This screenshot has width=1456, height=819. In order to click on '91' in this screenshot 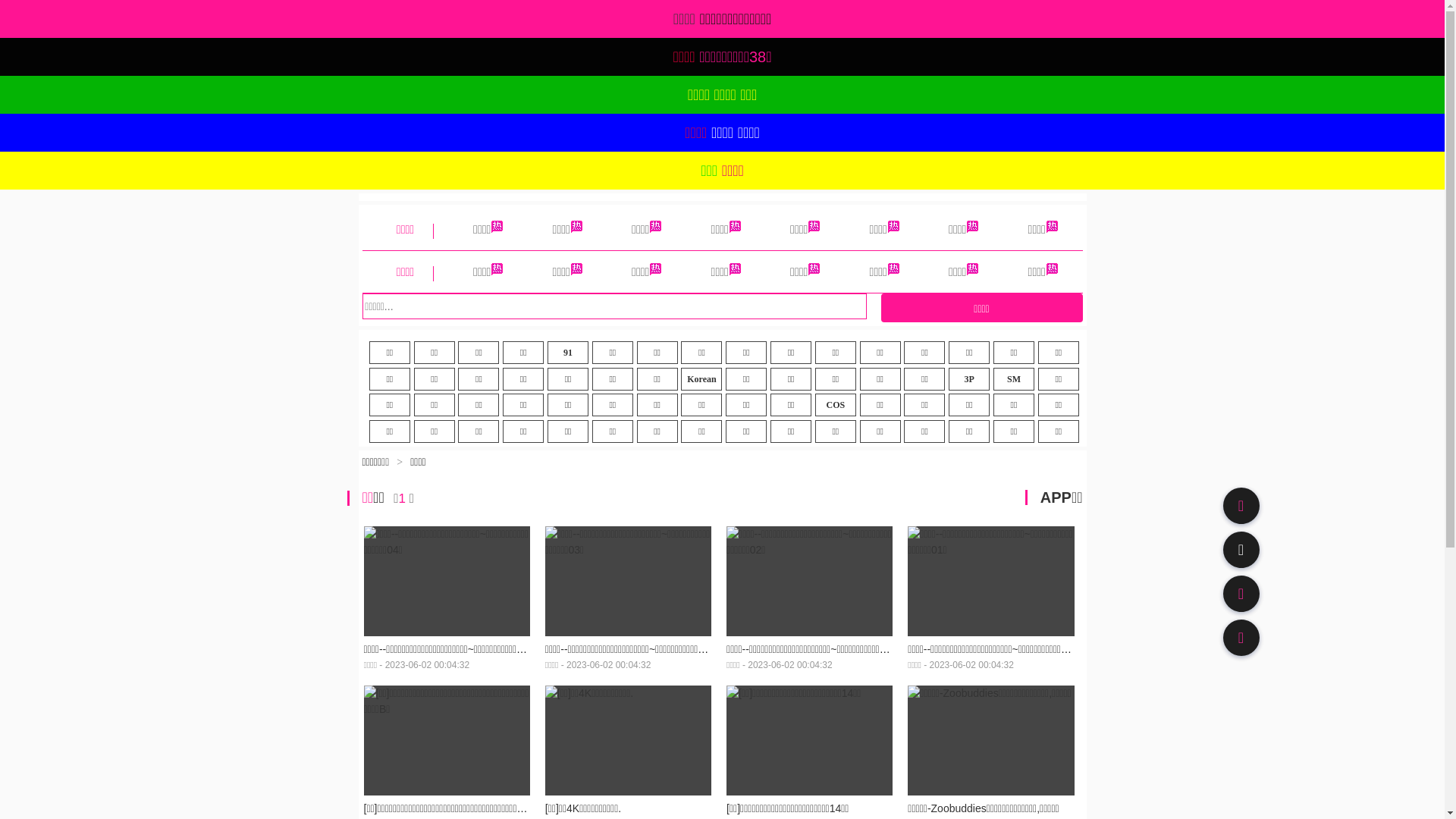, I will do `click(566, 353)`.